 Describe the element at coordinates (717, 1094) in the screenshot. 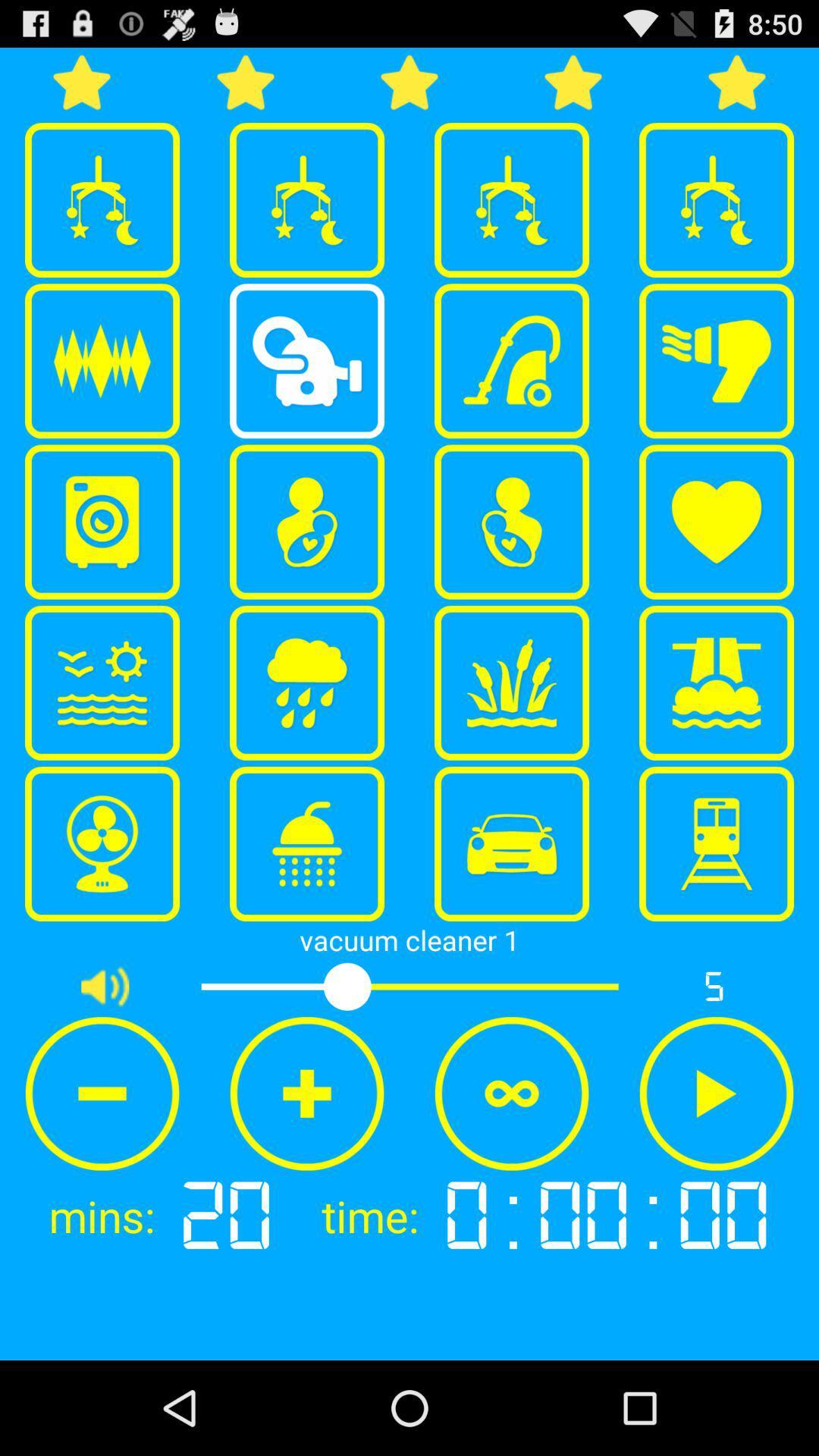

I see `the item above the 0:00:00 app` at that location.